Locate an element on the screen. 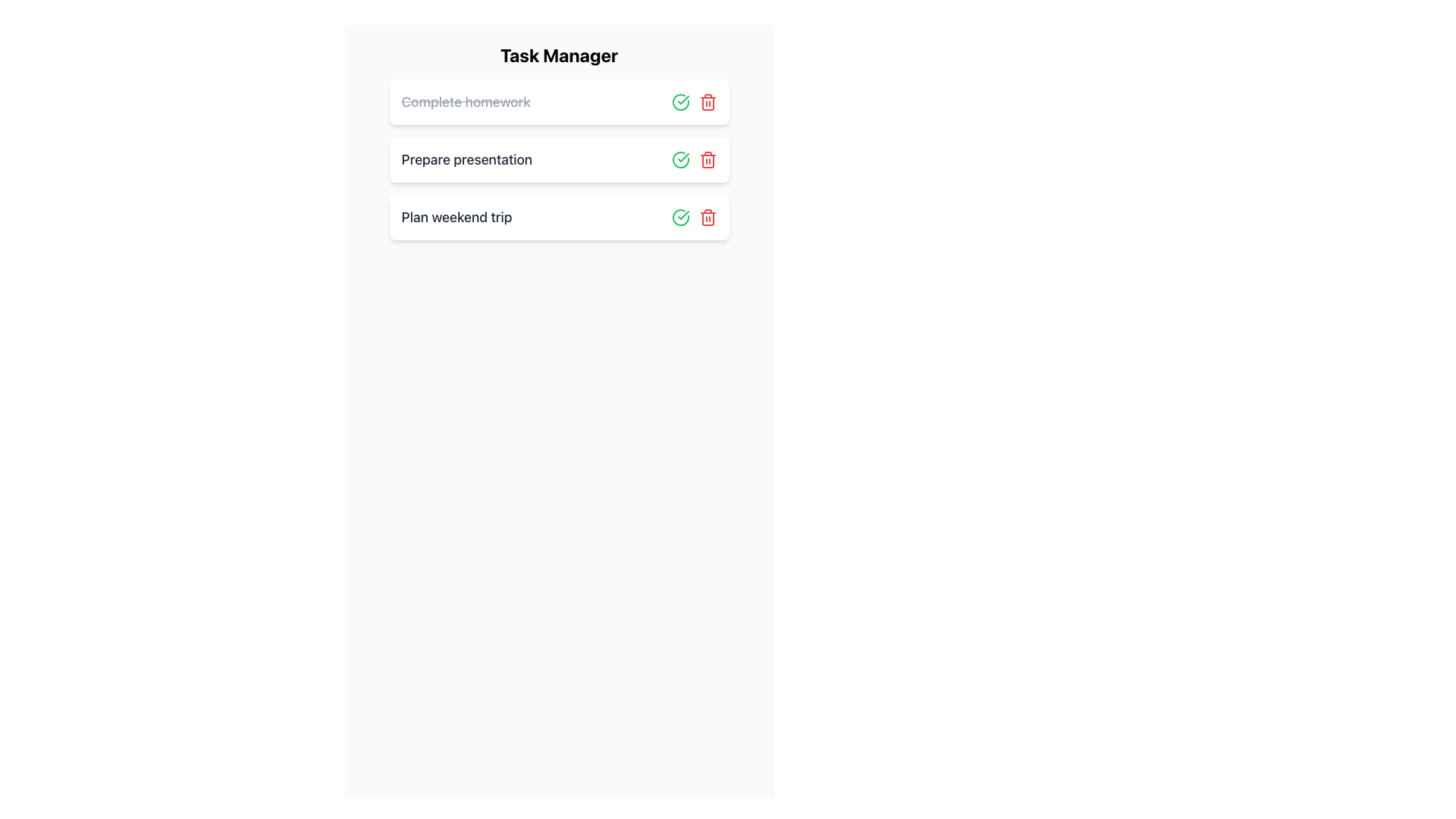  the label element that describes the task 'Plan weekend trip' located in the third card of the task management interface is located at coordinates (456, 217).